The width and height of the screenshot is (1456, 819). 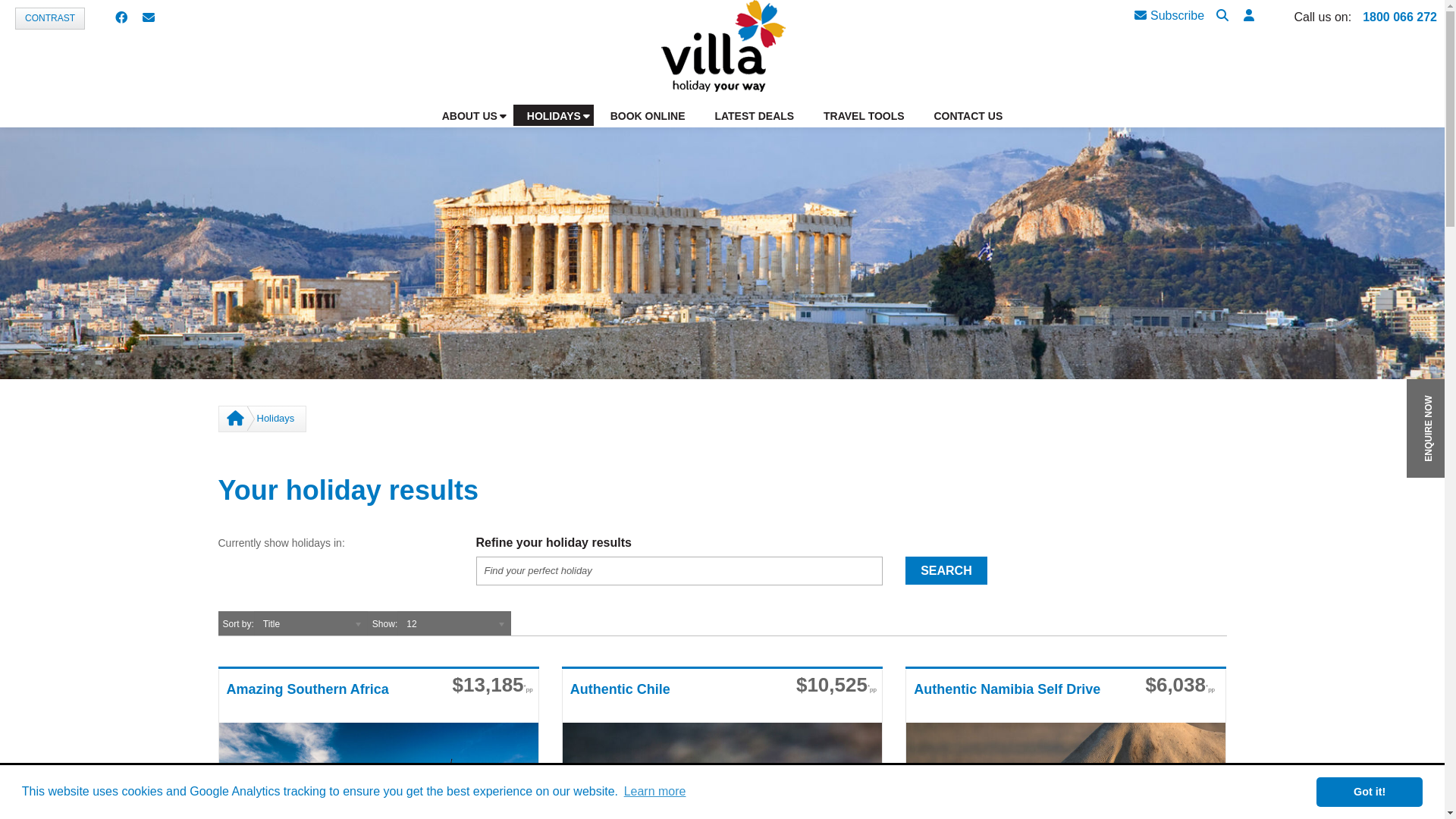 I want to click on 'Amazing Southern Africa', so click(x=324, y=701).